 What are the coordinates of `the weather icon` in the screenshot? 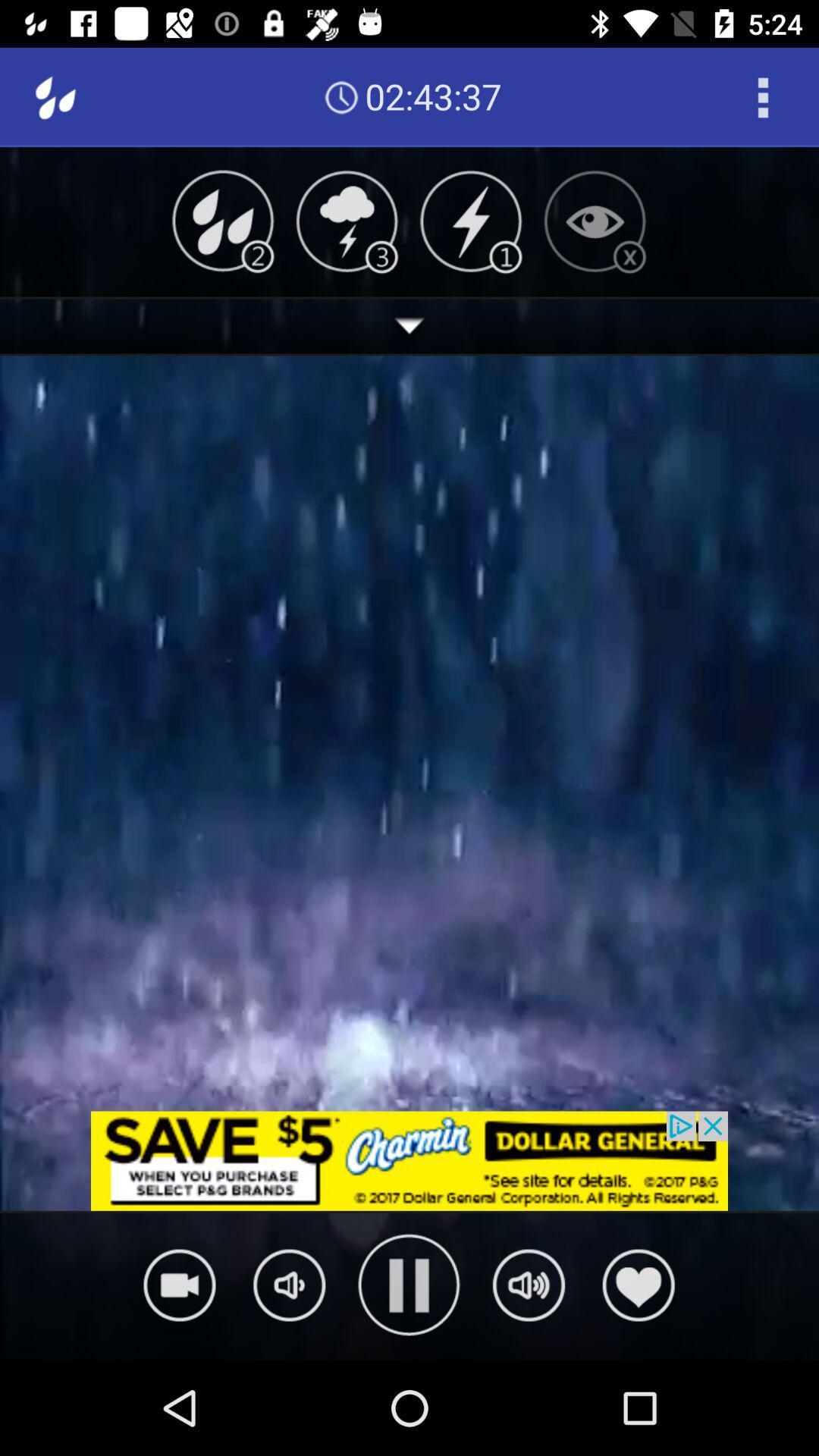 It's located at (223, 221).